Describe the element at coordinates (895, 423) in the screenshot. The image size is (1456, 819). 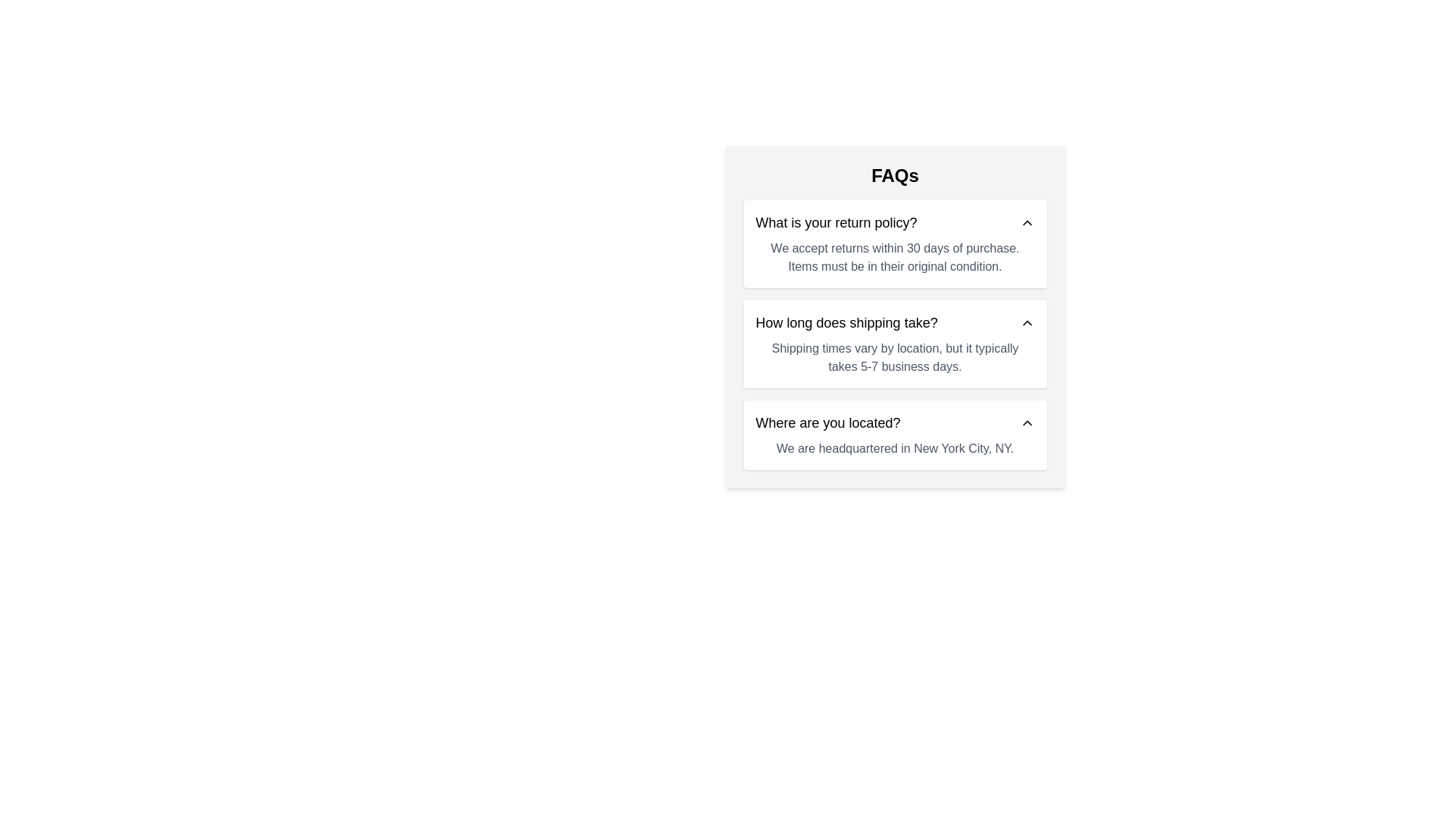
I see `the clickable header element that says 'Where are you located?' for accessibility interactions` at that location.